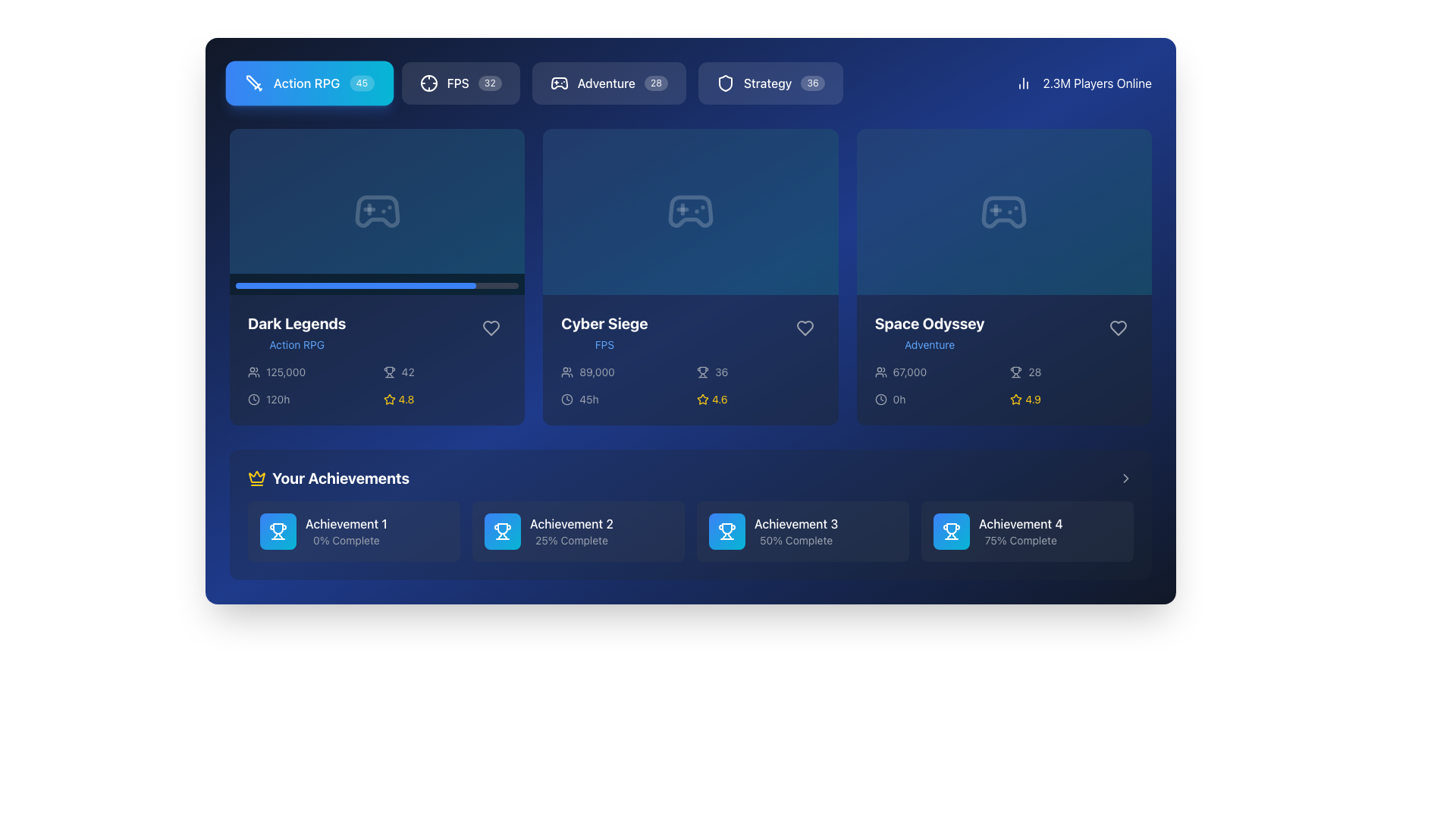 The image size is (1456, 819). I want to click on the static text displaying the count of trophies for the 'Space Odyssey' game, located in the lower-right area of the card next to the trophy icon, so click(1034, 372).